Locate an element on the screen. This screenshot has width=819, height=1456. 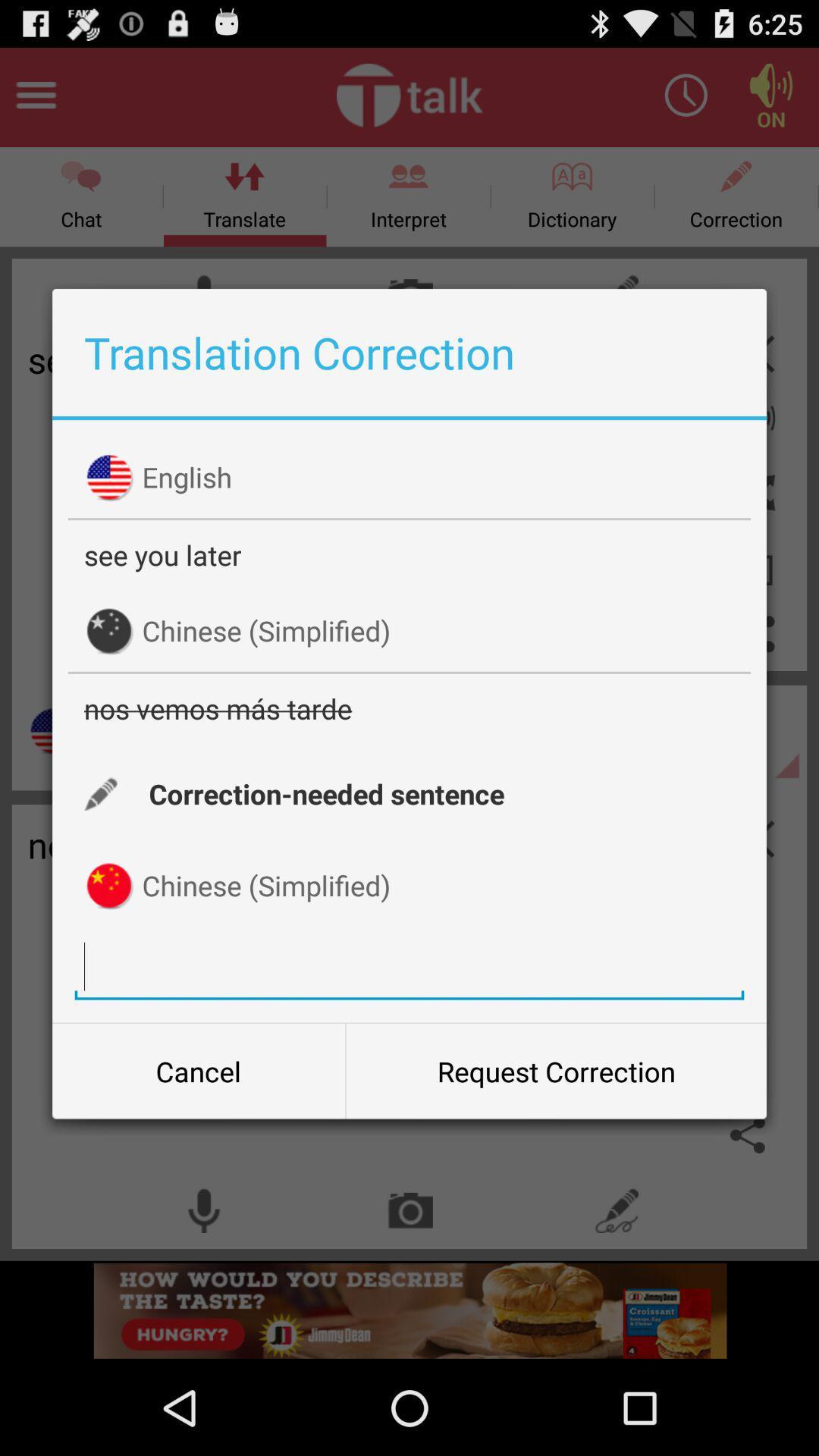
the item at the bottom left corner is located at coordinates (198, 1070).